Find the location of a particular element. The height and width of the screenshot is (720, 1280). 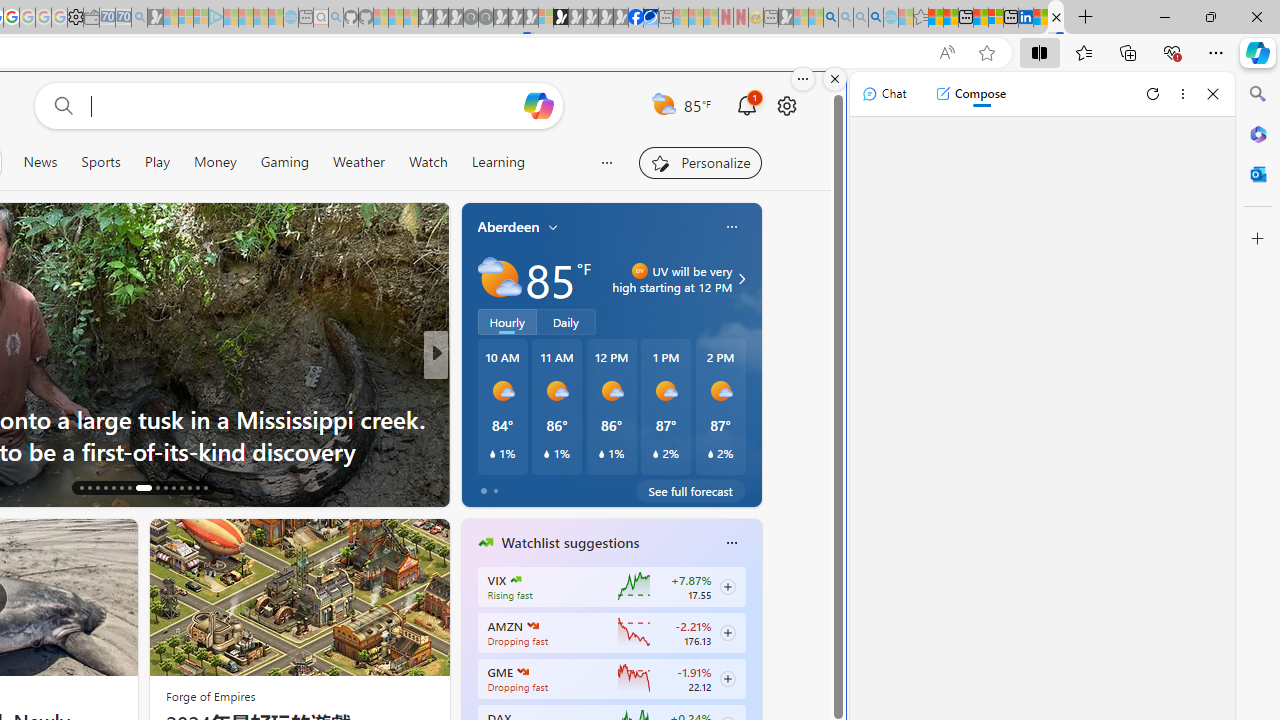

'Weather' is located at coordinates (359, 161).